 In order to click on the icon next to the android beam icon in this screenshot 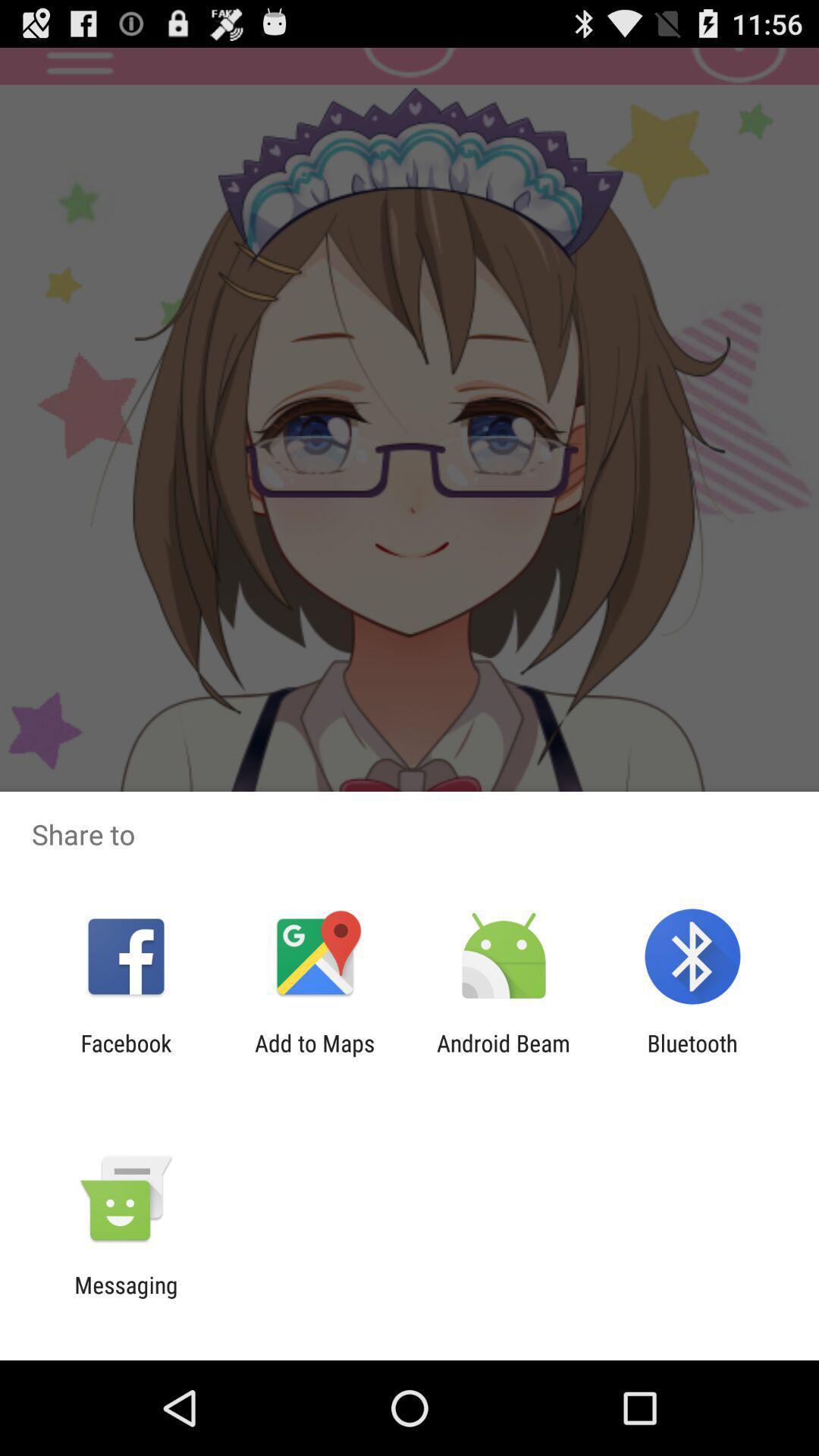, I will do `click(692, 1056)`.